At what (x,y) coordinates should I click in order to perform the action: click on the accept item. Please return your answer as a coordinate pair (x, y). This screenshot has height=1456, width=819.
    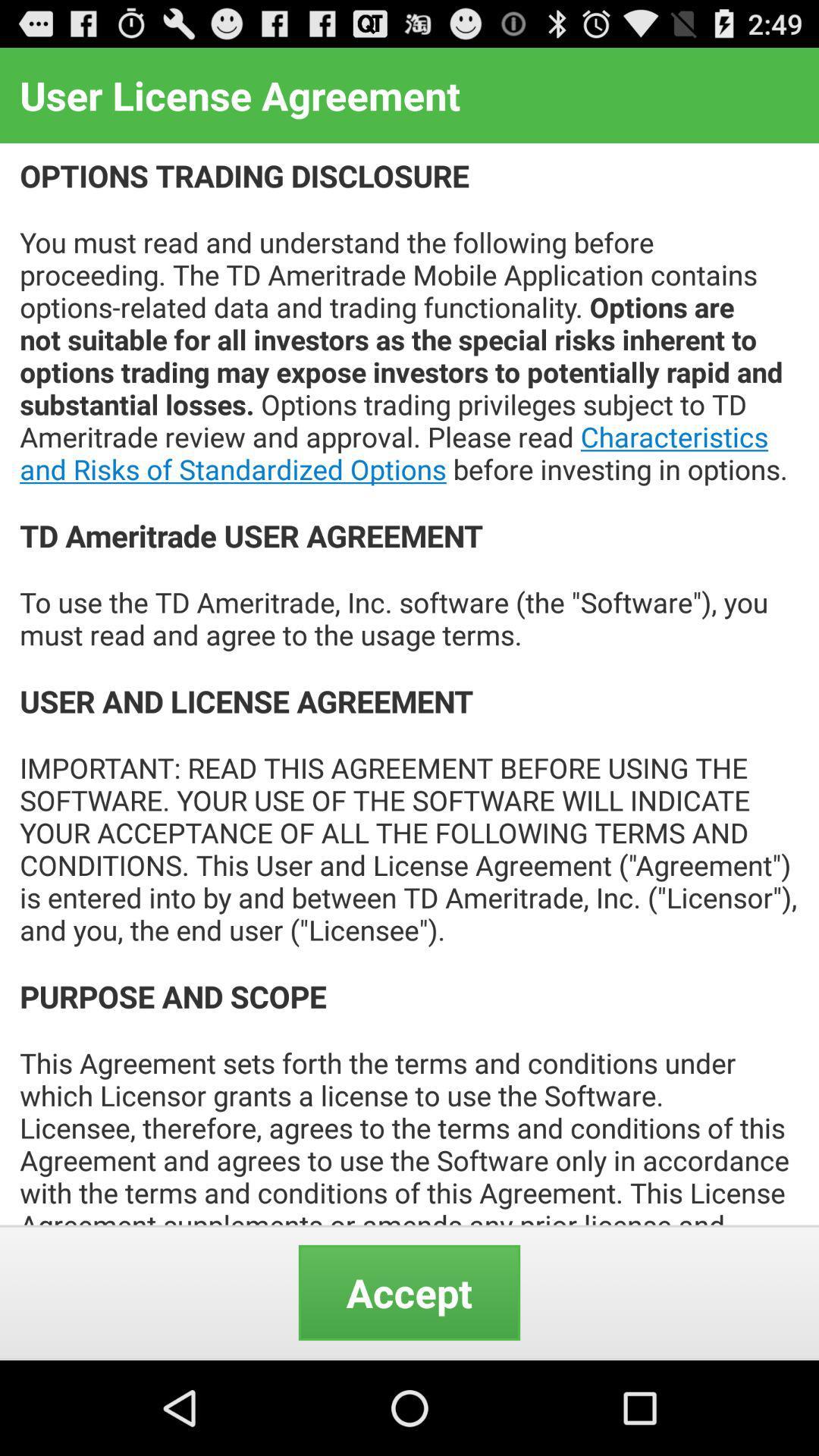
    Looking at the image, I should click on (409, 1291).